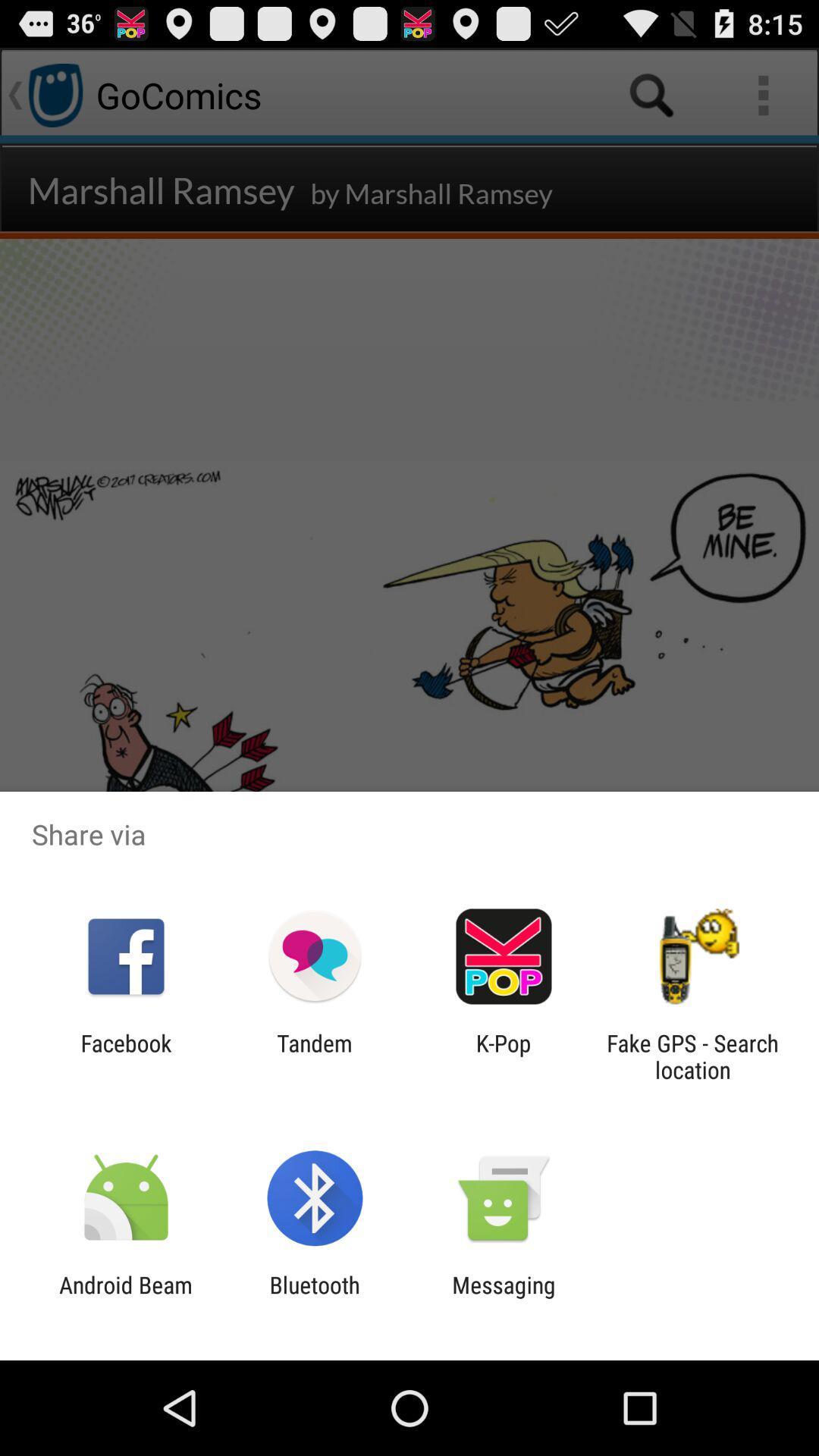 The width and height of the screenshot is (819, 1456). I want to click on item next to the android beam icon, so click(314, 1298).